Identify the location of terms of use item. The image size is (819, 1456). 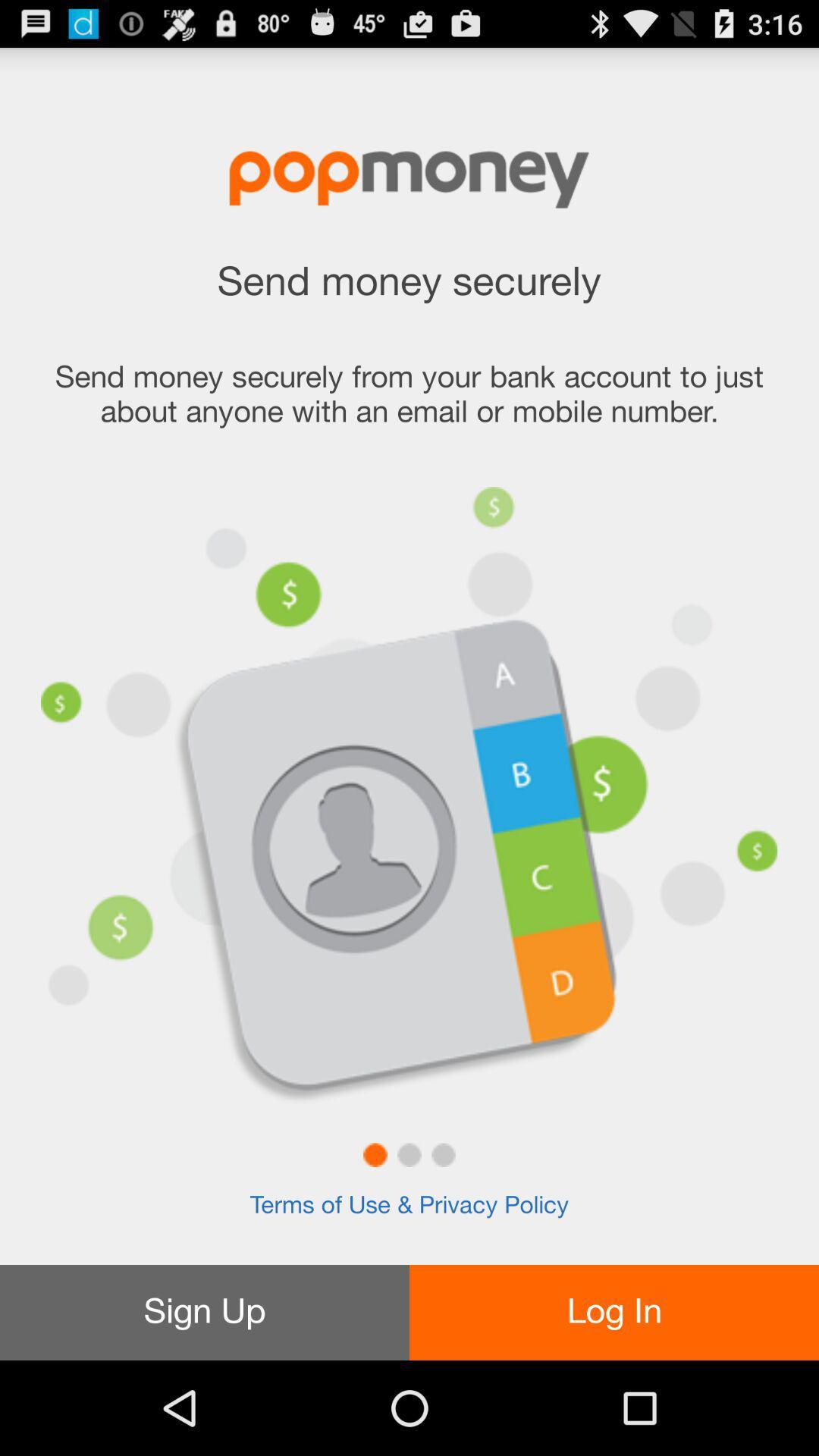
(409, 1205).